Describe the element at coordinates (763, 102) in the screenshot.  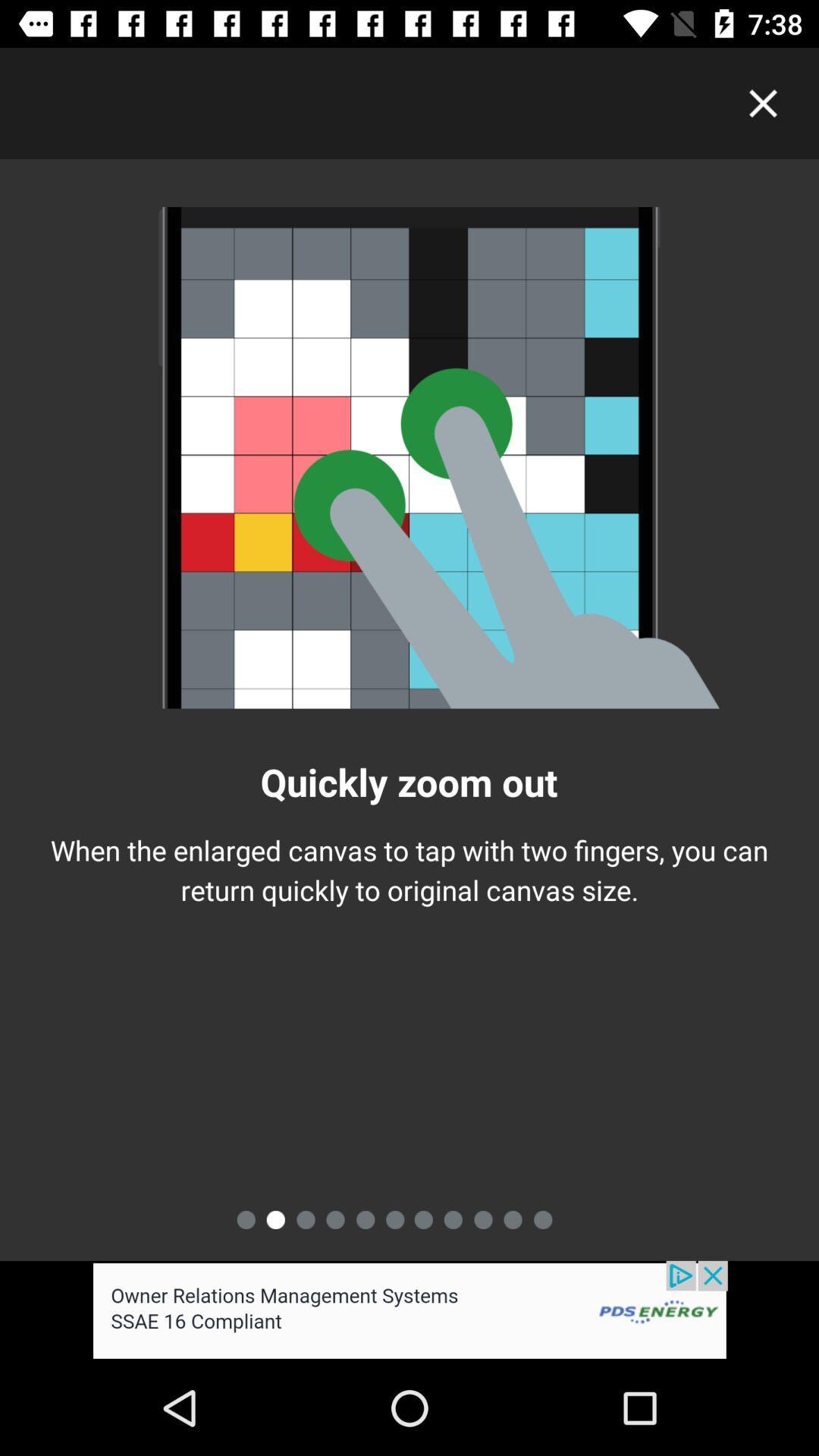
I see `the article` at that location.